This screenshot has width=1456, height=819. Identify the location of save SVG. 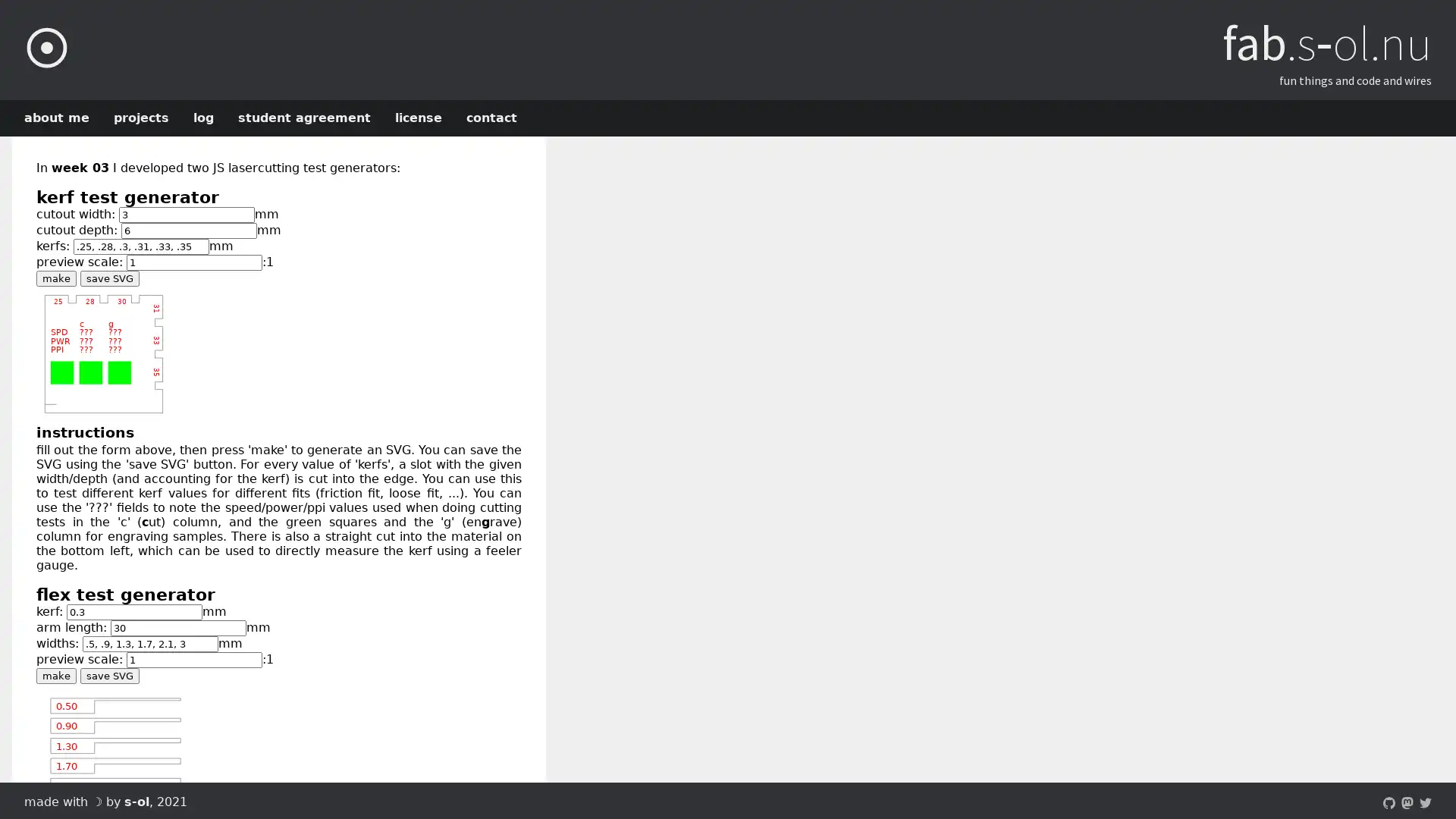
(108, 278).